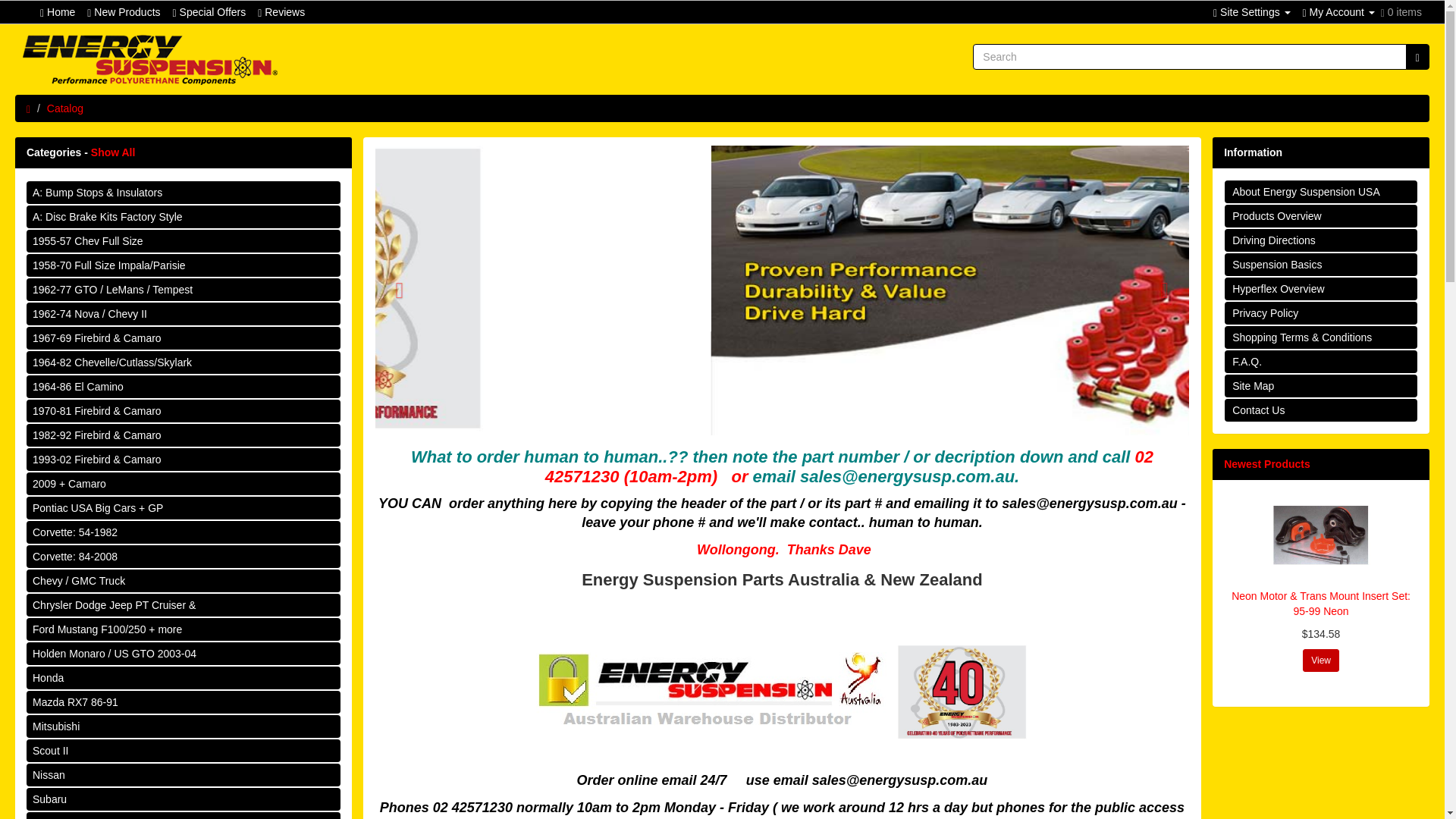 The width and height of the screenshot is (1456, 819). What do you see at coordinates (182, 385) in the screenshot?
I see `'1964-86 El Camino'` at bounding box center [182, 385].